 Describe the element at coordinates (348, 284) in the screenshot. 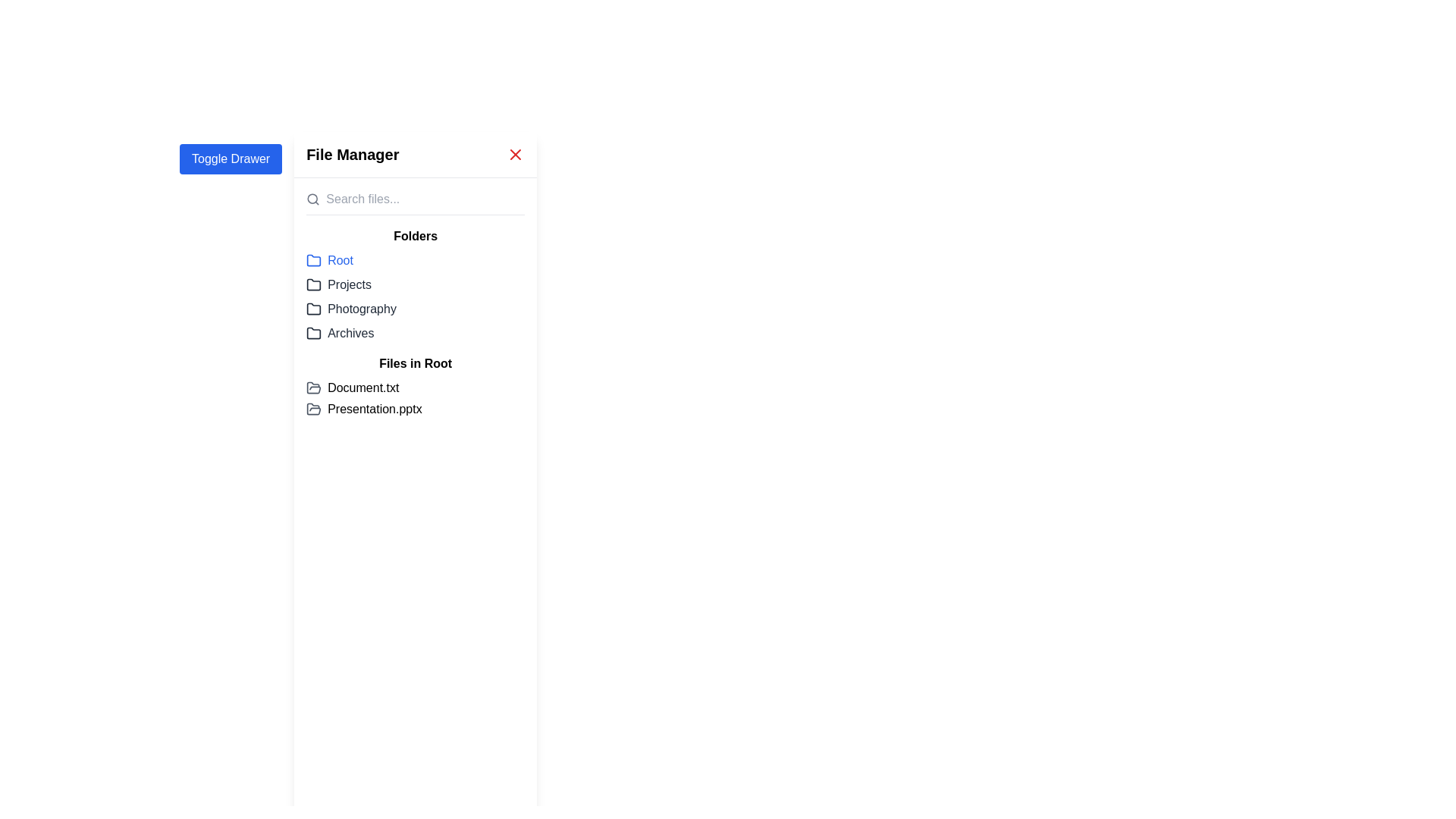

I see `the 'Projects' folder name label in the left pane of the file manager` at that location.